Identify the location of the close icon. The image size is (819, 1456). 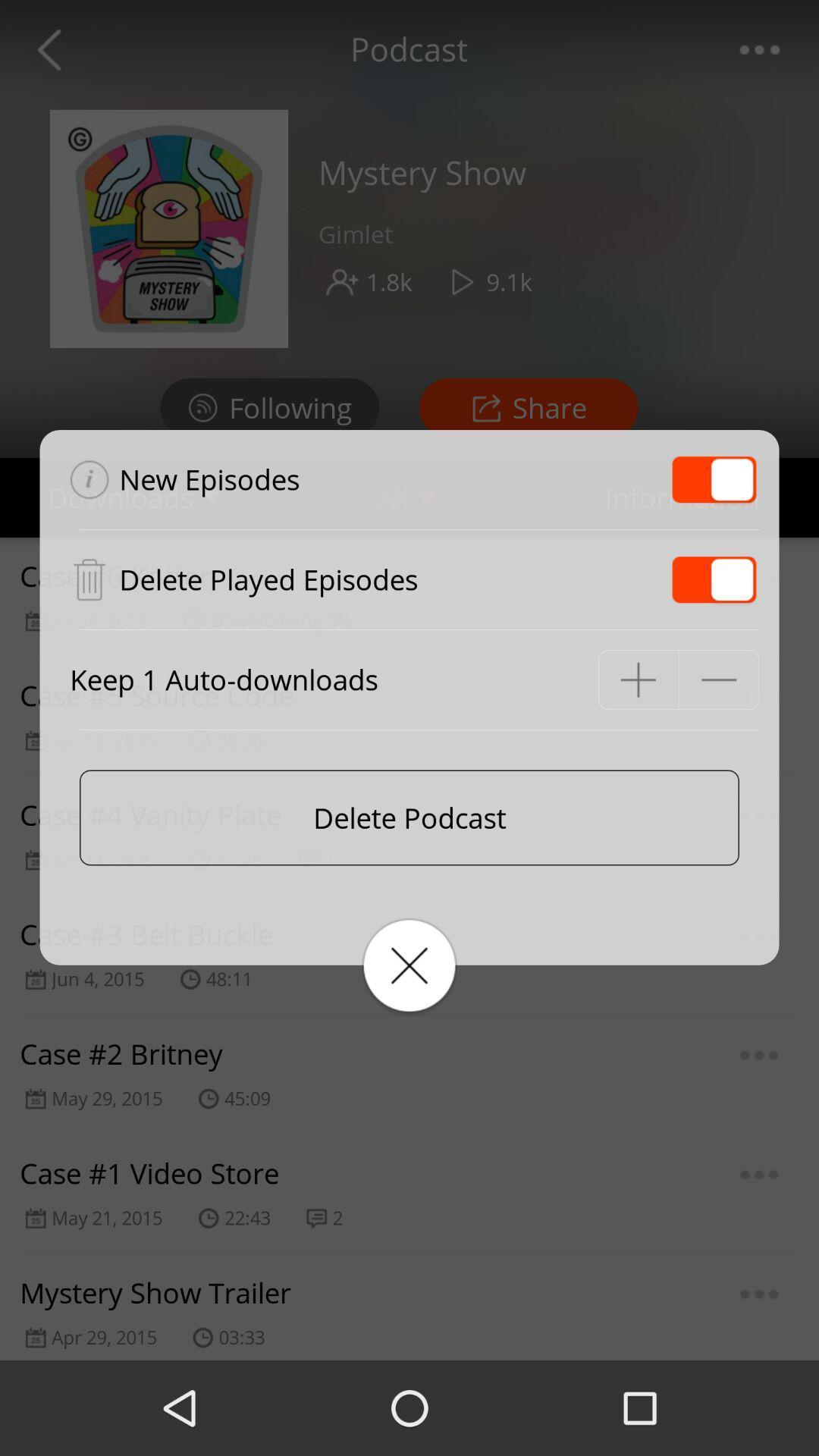
(409, 965).